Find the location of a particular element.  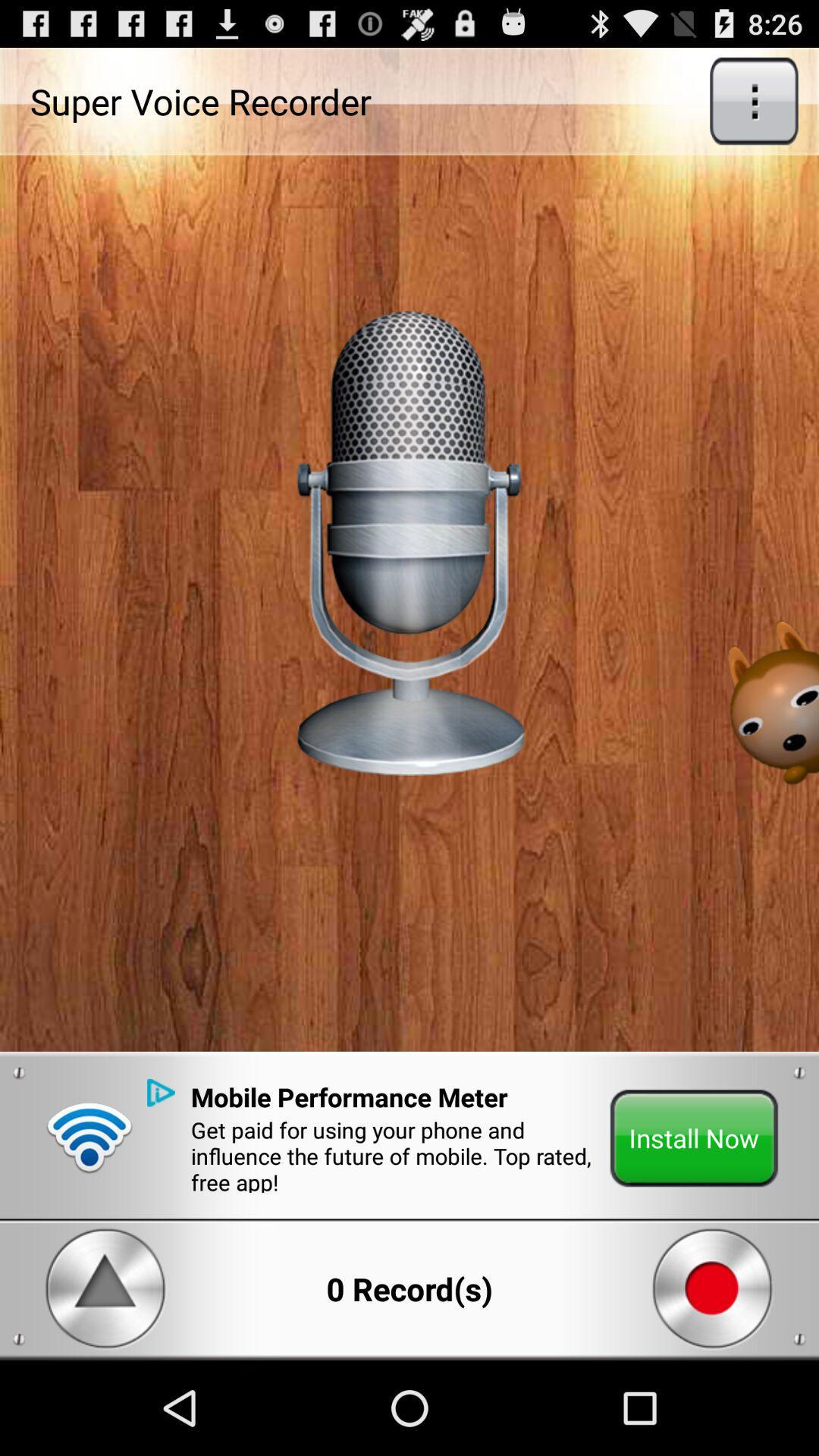

the green button which is bottom right side of the page is located at coordinates (694, 1138).